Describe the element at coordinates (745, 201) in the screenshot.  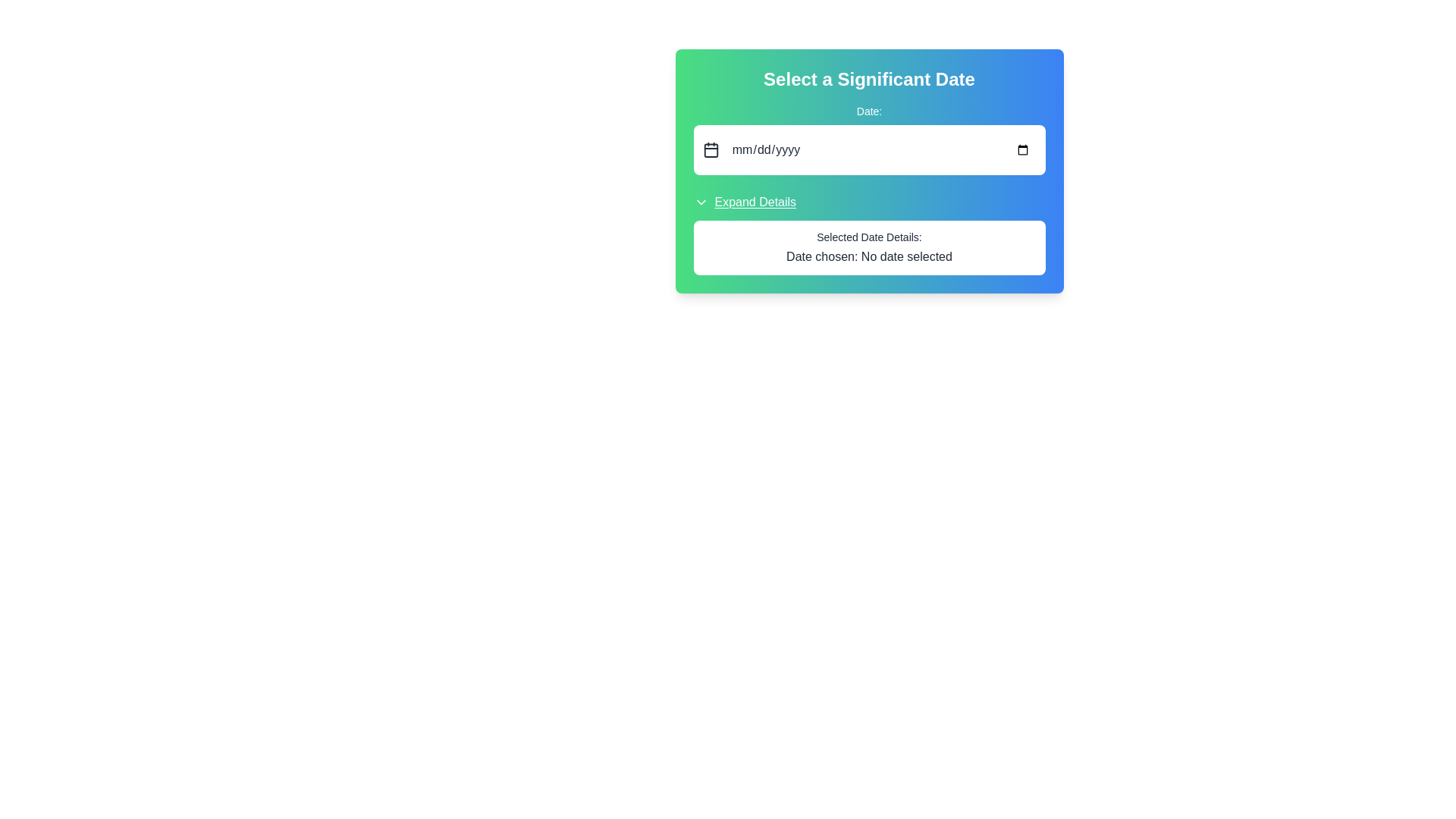
I see `the button located beneath the date input field with placeholder 'mm/dd/yyyy'` at that location.